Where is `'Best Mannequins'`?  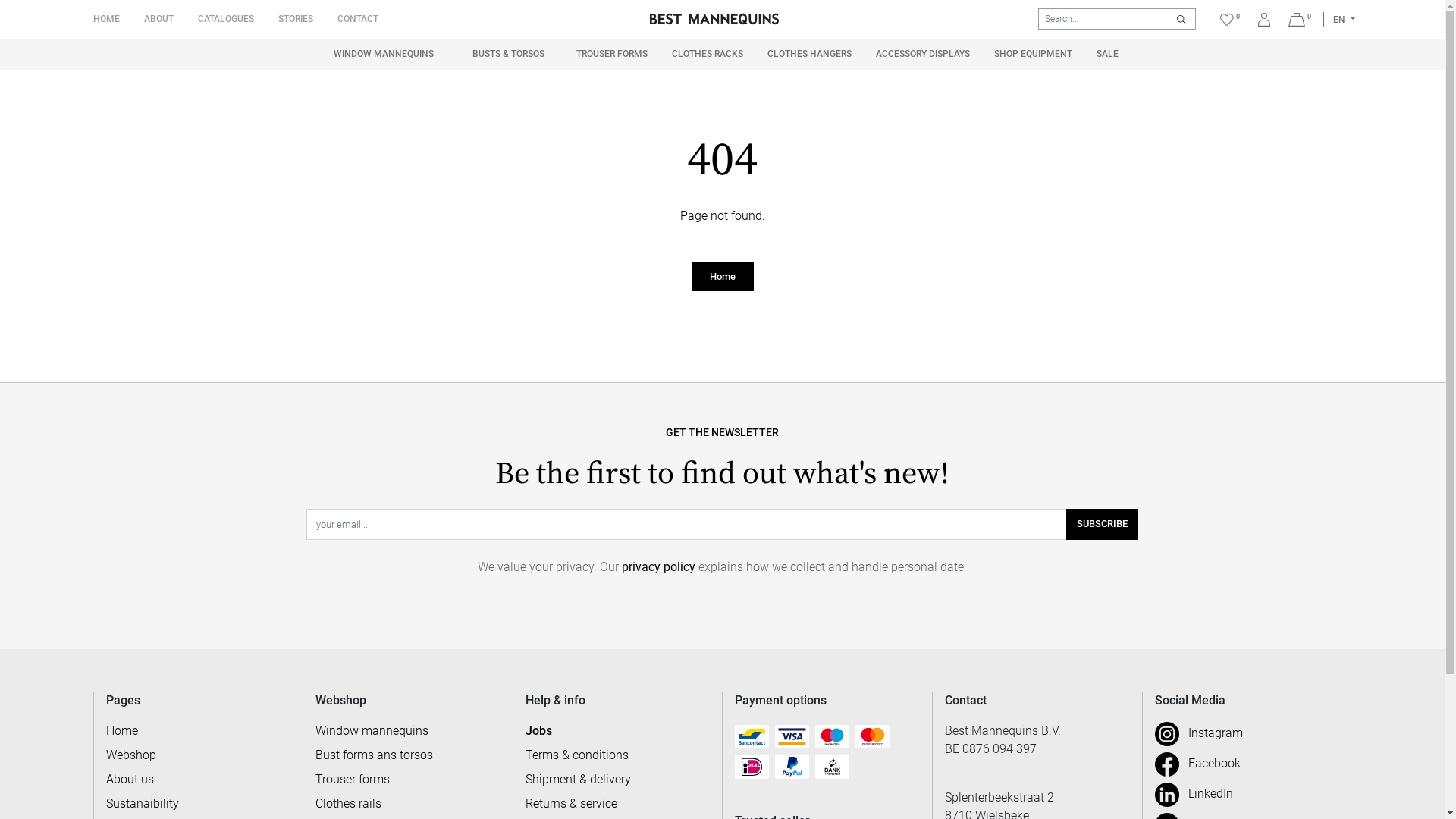 'Best Mannequins' is located at coordinates (714, 18).